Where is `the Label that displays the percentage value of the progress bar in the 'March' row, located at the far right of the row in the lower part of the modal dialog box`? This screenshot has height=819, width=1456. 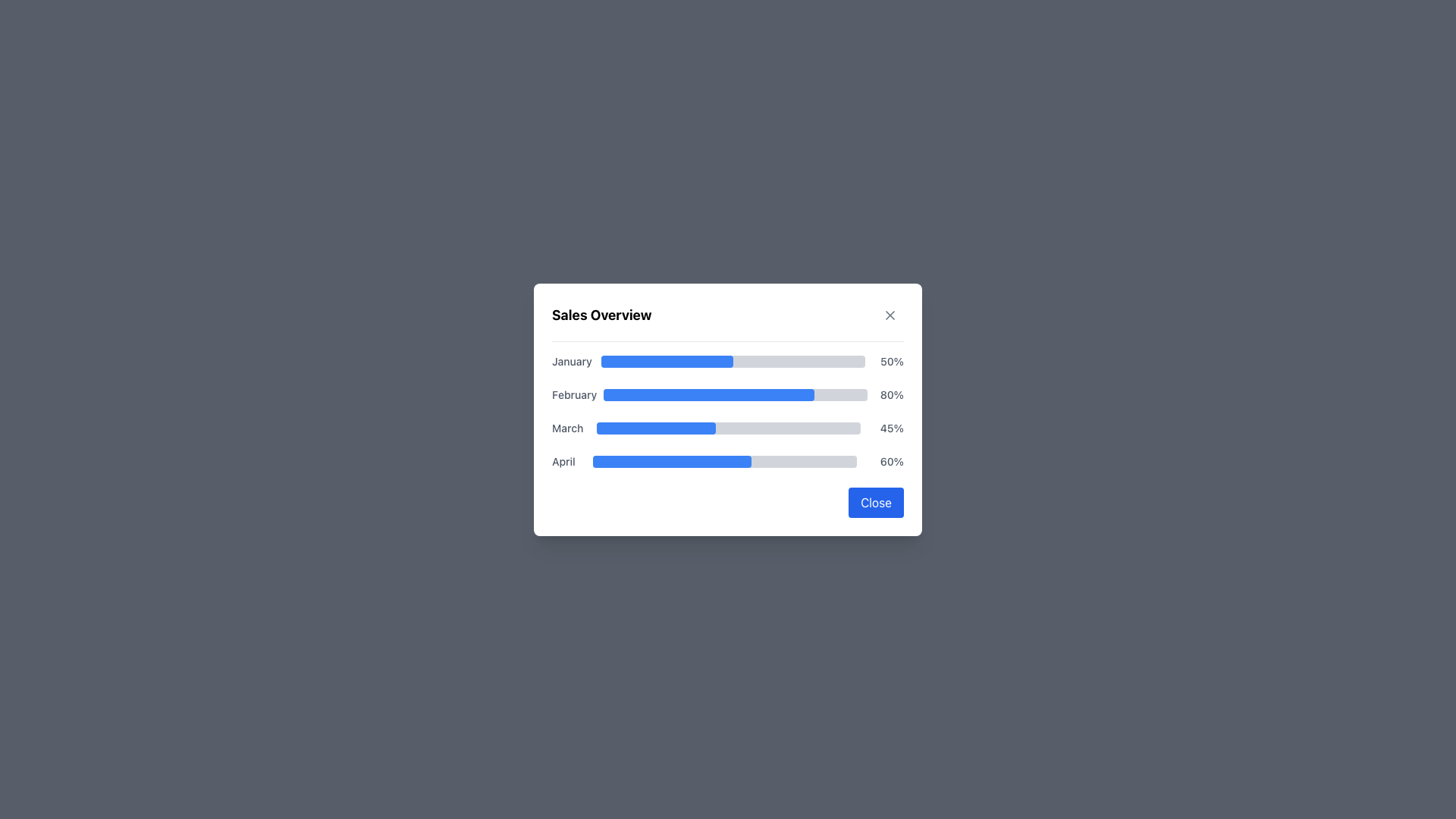 the Label that displays the percentage value of the progress bar in the 'March' row, located at the far right of the row in the lower part of the modal dialog box is located at coordinates (889, 428).